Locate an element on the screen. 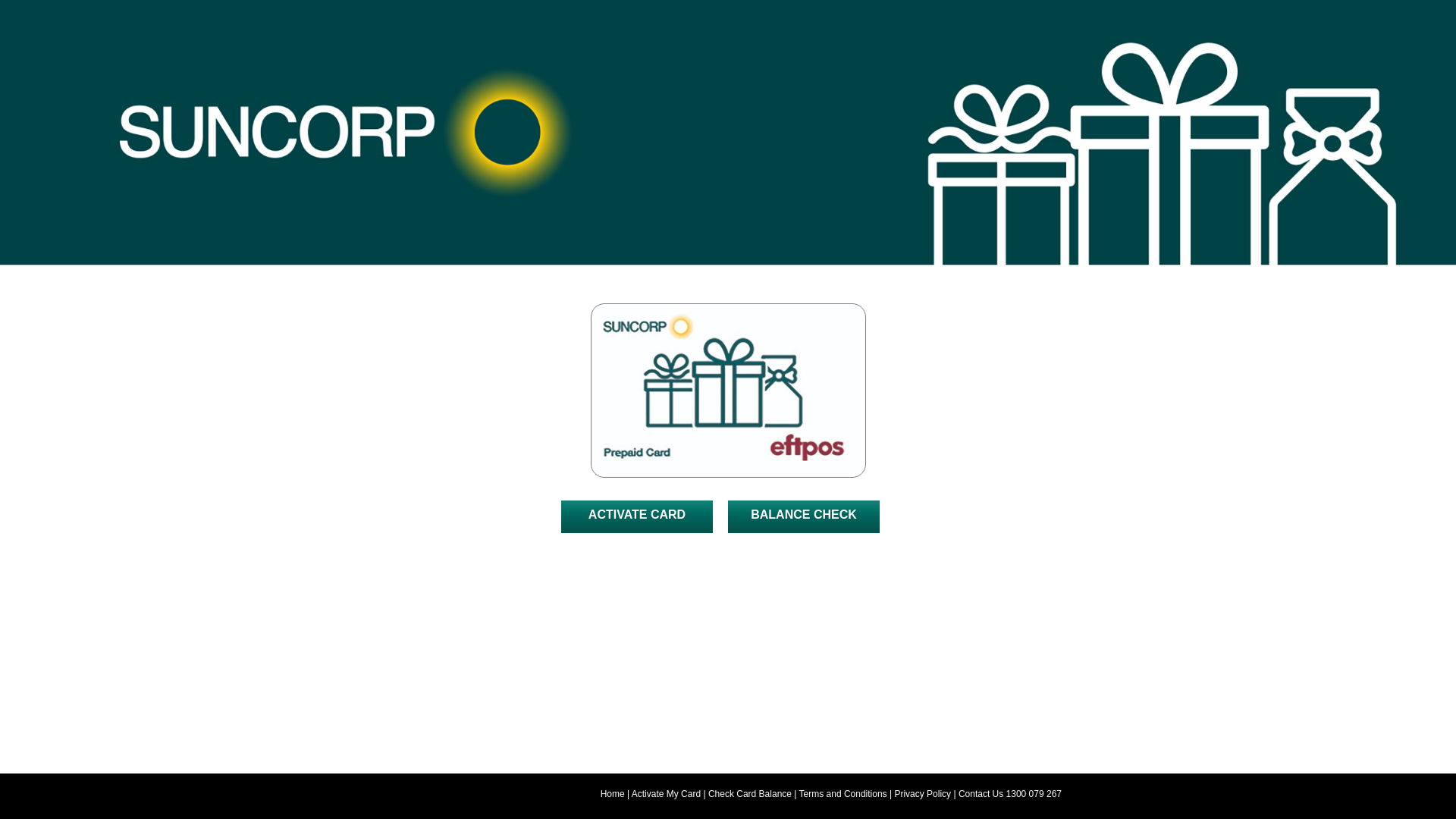 This screenshot has height=819, width=1456. 'Home' is located at coordinates (612, 792).